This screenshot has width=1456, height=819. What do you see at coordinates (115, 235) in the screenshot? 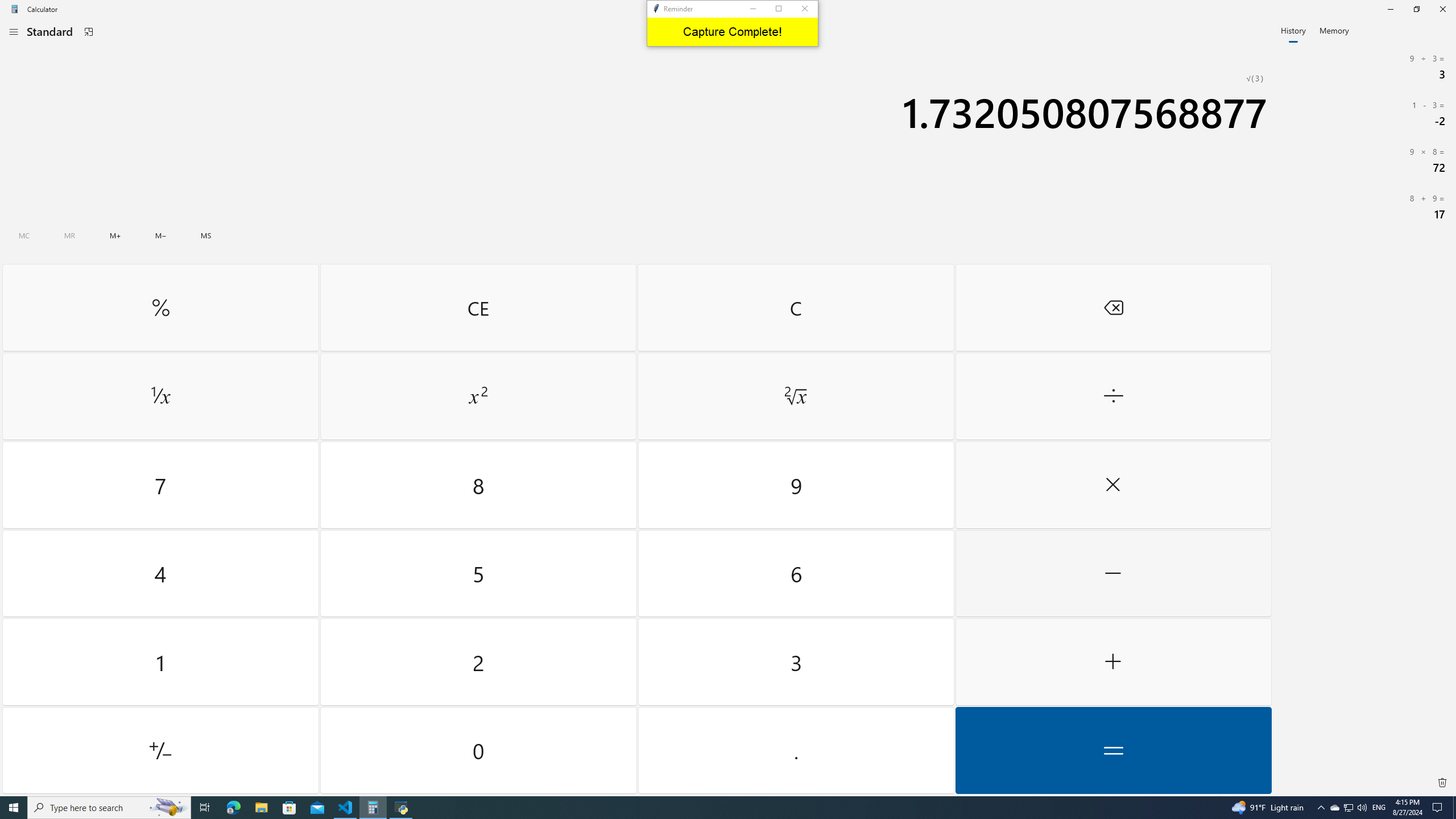
I see `'Memory add'` at bounding box center [115, 235].